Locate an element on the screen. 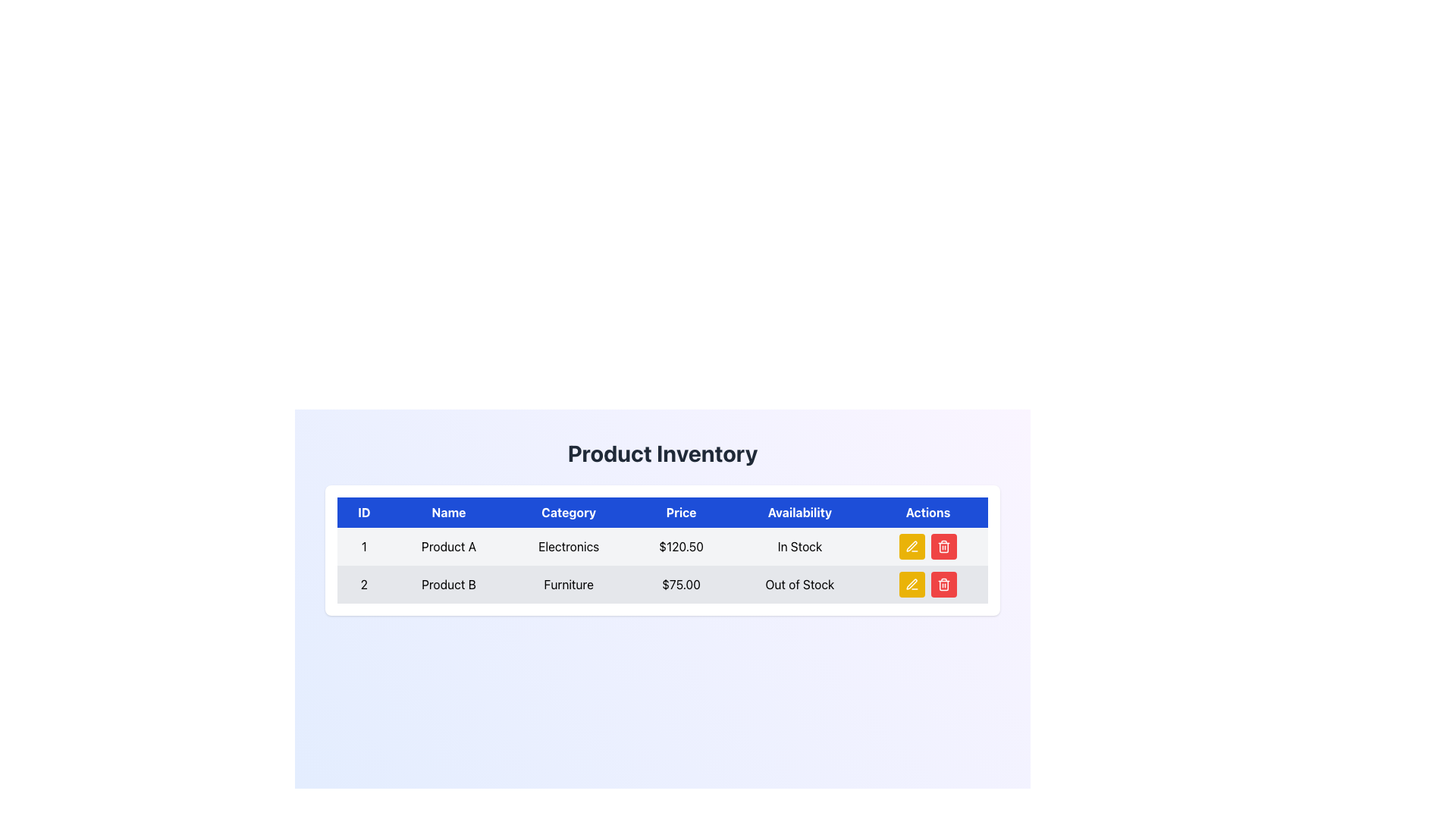  the text label in the second cell of the header row, which indicates product names is located at coordinates (447, 512).